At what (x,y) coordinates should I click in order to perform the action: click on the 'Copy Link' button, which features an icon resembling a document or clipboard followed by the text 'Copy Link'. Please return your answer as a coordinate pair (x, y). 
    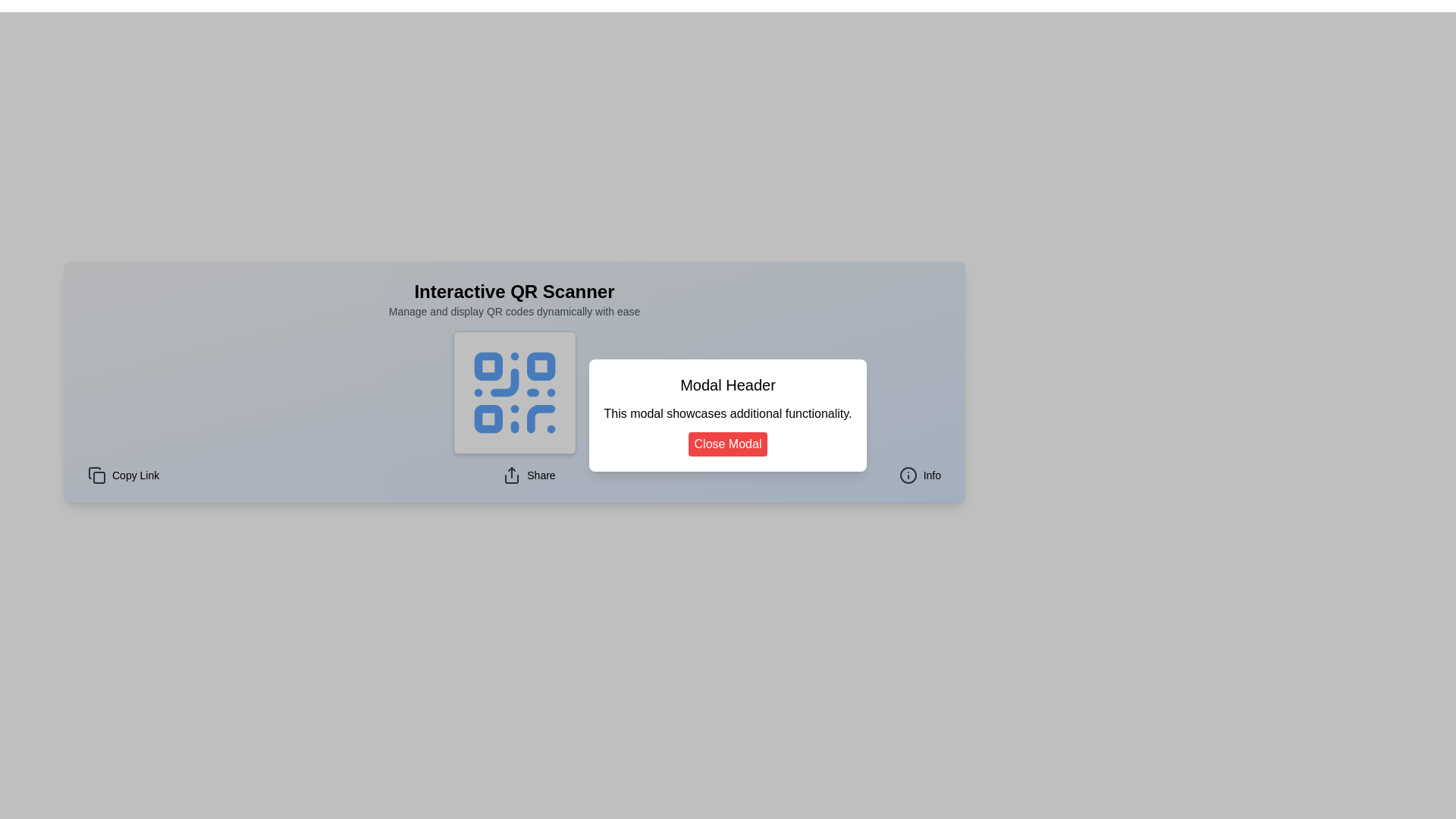
    Looking at the image, I should click on (124, 475).